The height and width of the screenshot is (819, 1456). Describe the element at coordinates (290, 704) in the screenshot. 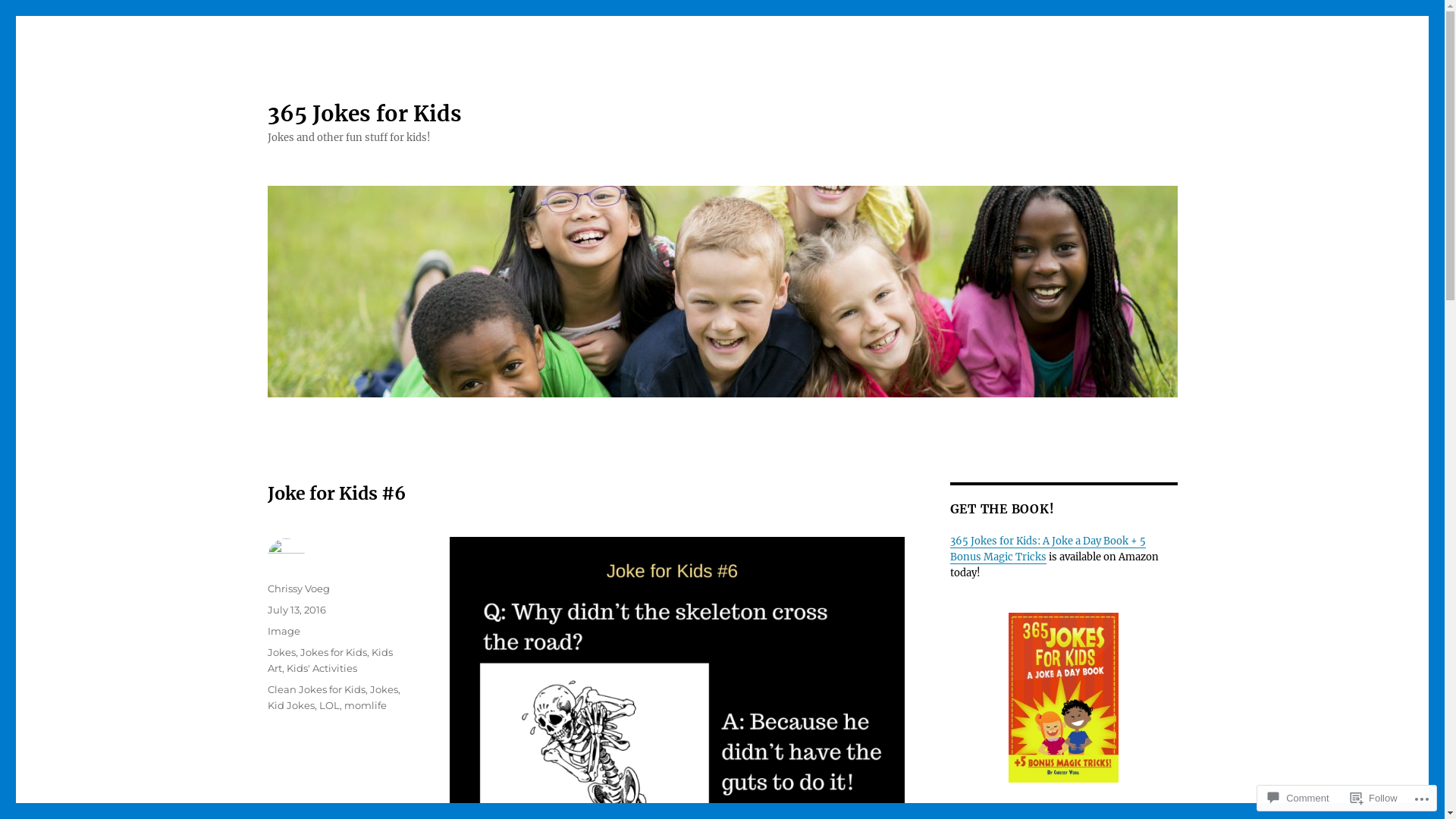

I see `'Kid Jokes'` at that location.